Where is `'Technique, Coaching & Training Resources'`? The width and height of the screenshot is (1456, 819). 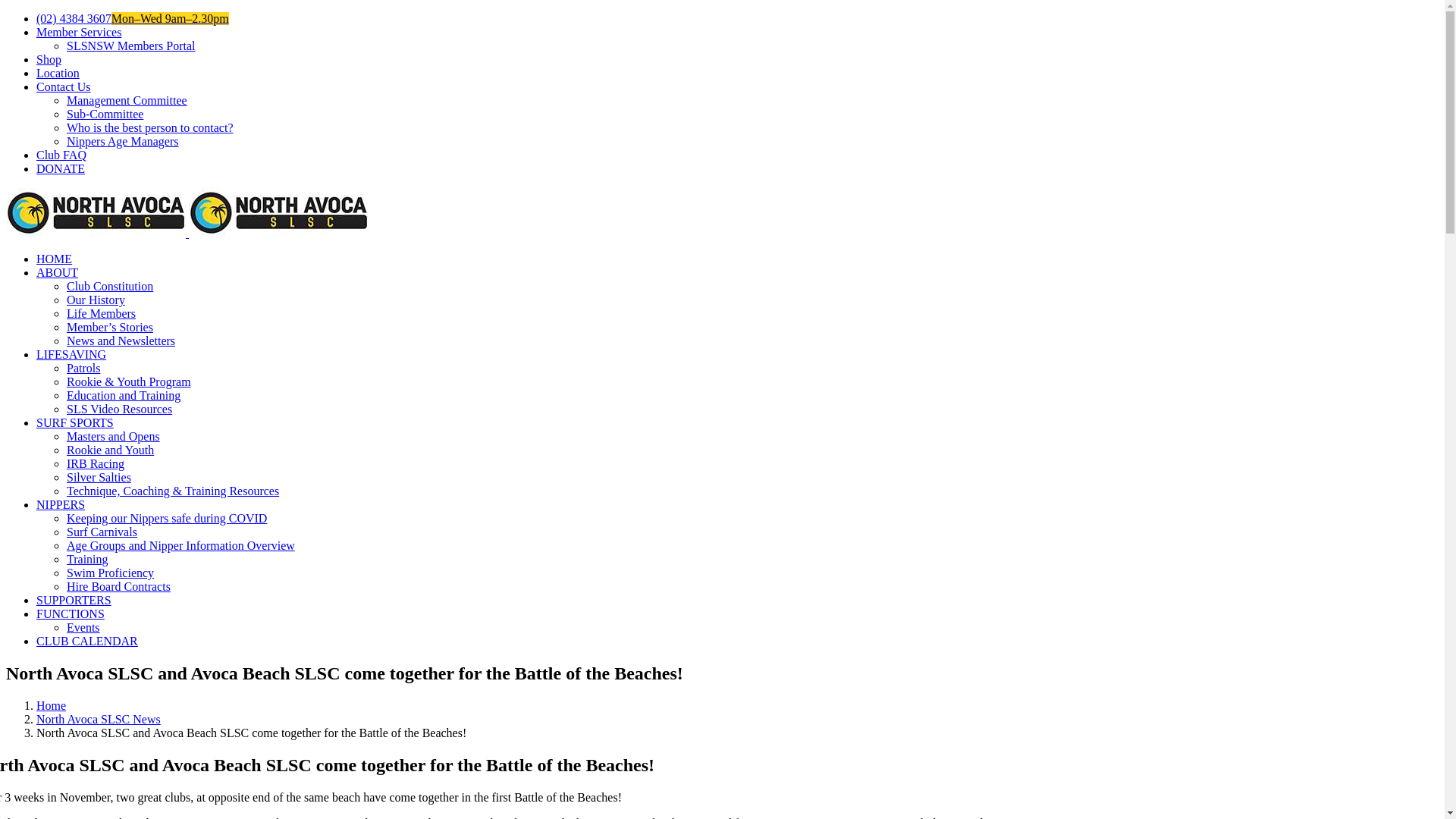 'Technique, Coaching & Training Resources' is located at coordinates (173, 491).